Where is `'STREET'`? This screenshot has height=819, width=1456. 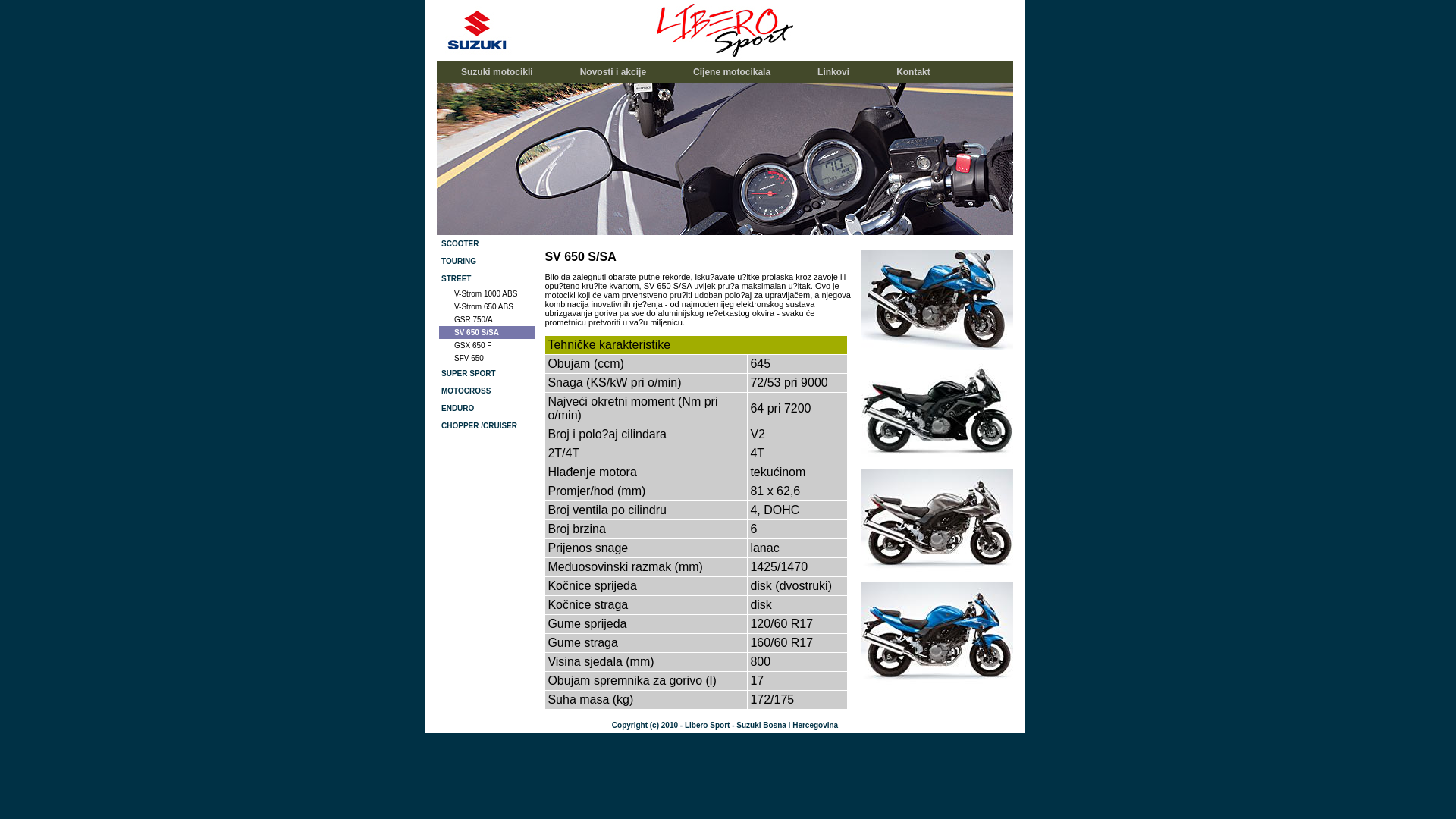 'STREET' is located at coordinates (487, 278).